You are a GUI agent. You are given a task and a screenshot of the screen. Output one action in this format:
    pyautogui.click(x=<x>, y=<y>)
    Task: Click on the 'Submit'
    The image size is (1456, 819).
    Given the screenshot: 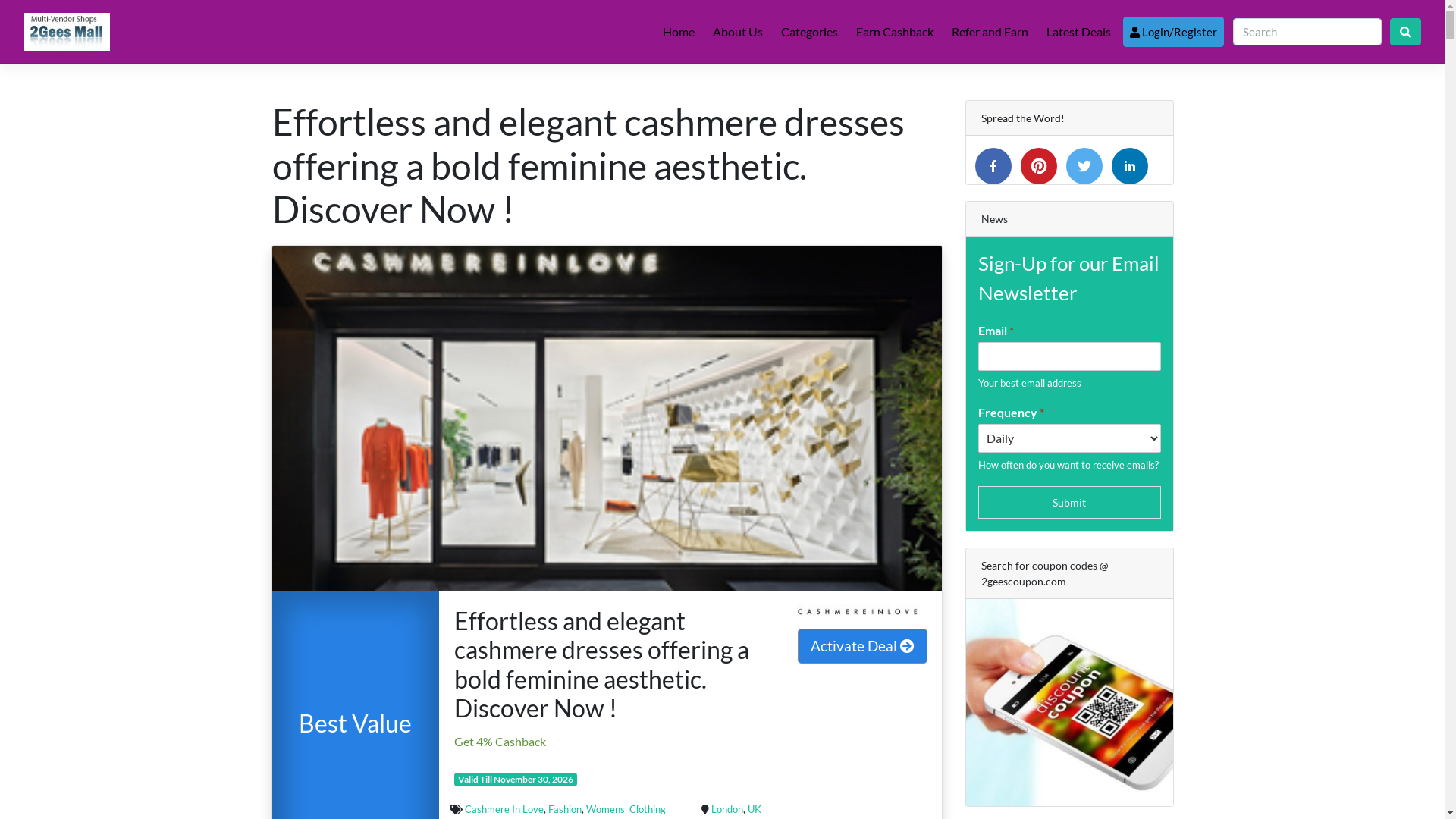 What is the action you would take?
    pyautogui.click(x=1068, y=502)
    